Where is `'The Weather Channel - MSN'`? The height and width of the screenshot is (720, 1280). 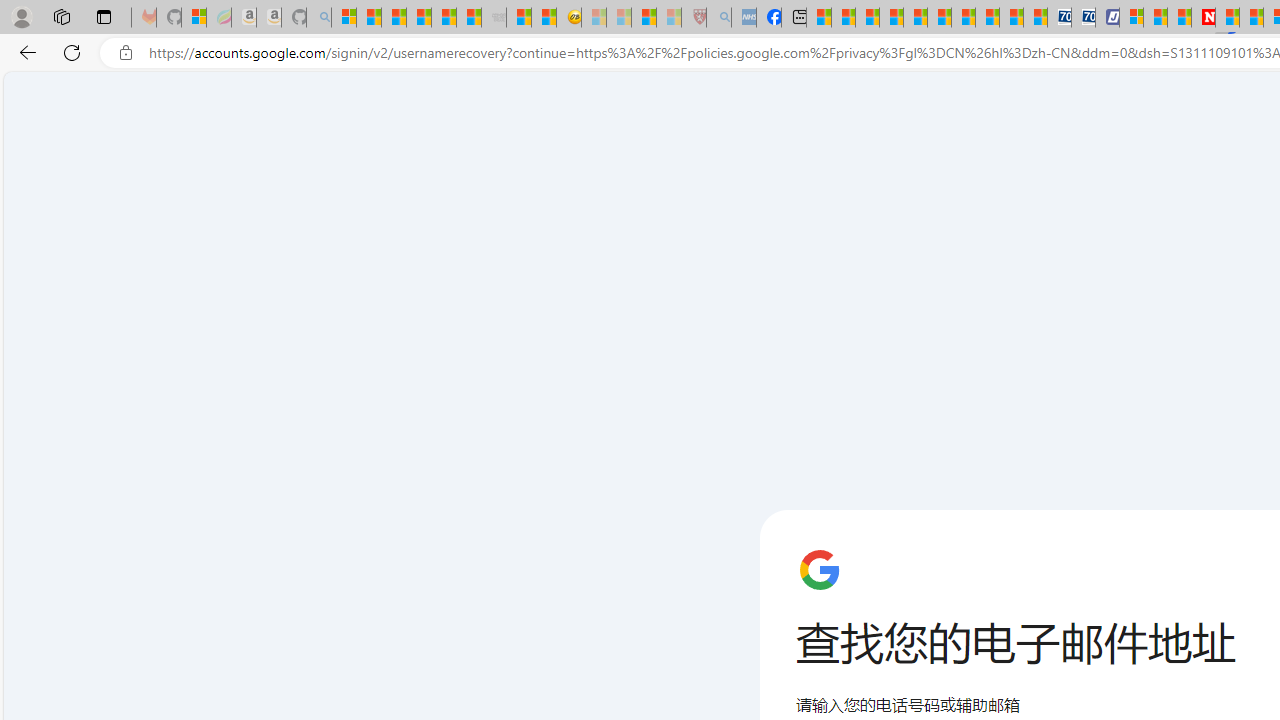
'The Weather Channel - MSN' is located at coordinates (393, 17).